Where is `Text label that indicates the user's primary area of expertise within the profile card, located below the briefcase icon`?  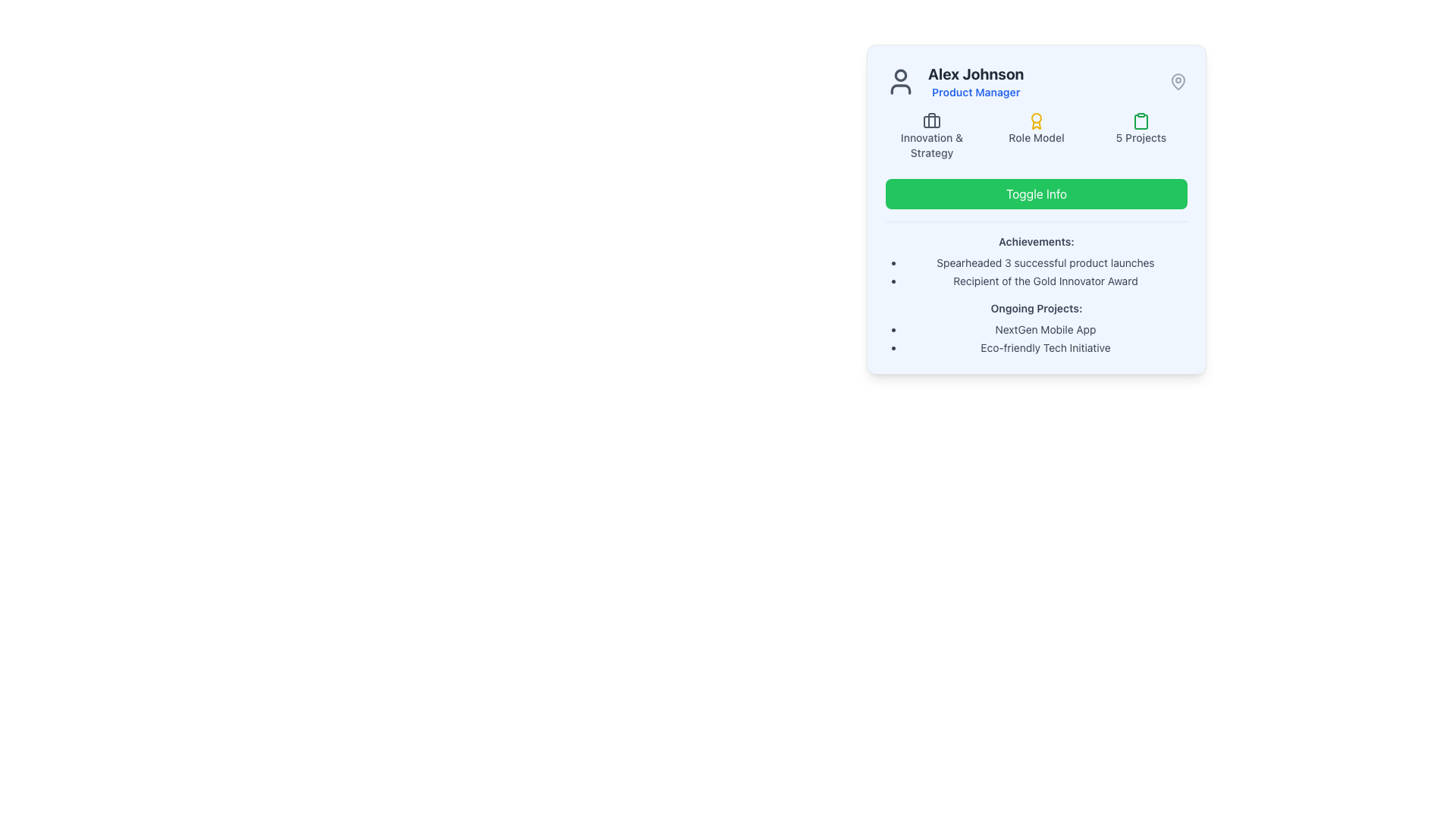
Text label that indicates the user's primary area of expertise within the profile card, located below the briefcase icon is located at coordinates (930, 146).